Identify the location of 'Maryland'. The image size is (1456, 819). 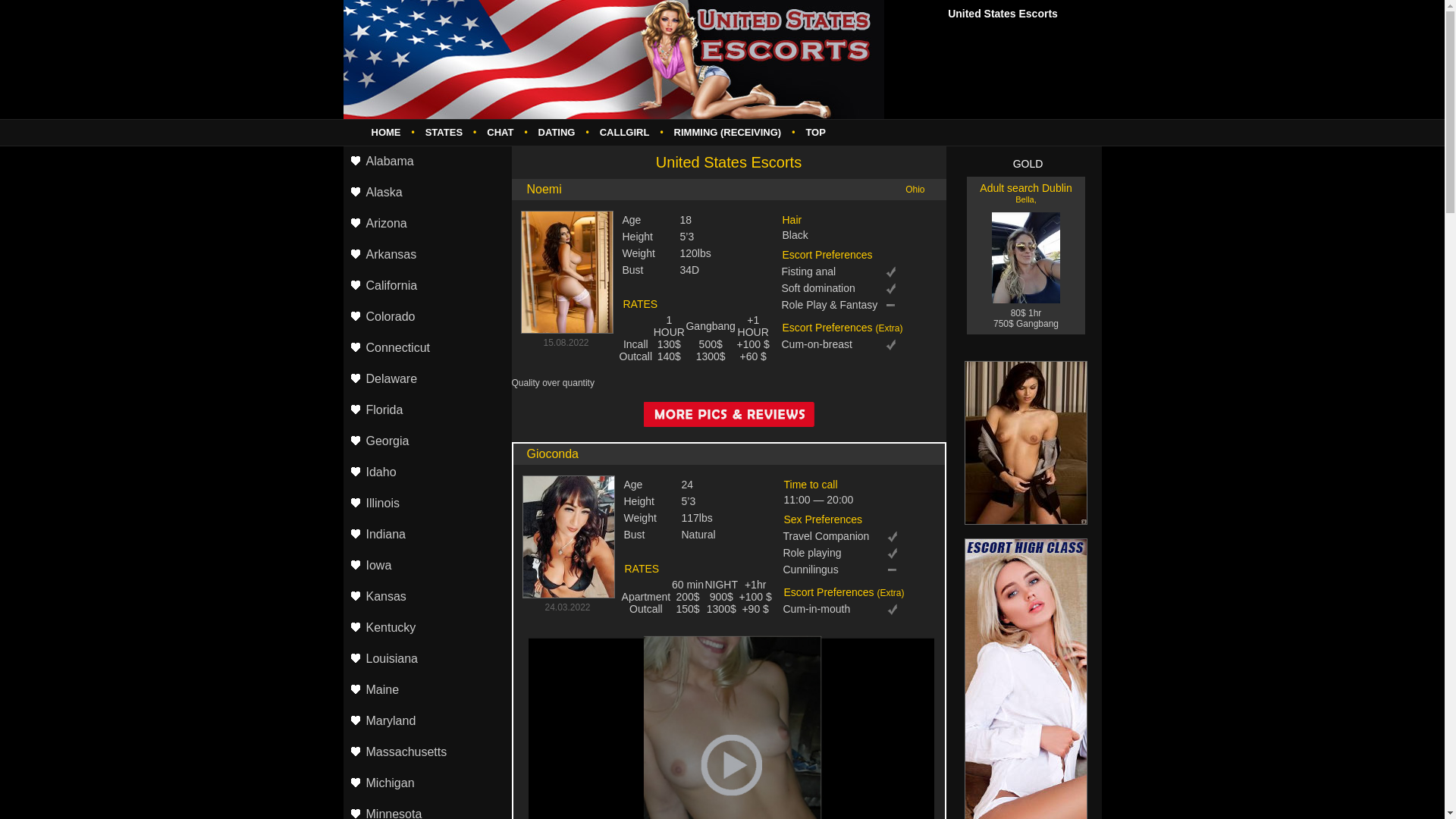
(425, 720).